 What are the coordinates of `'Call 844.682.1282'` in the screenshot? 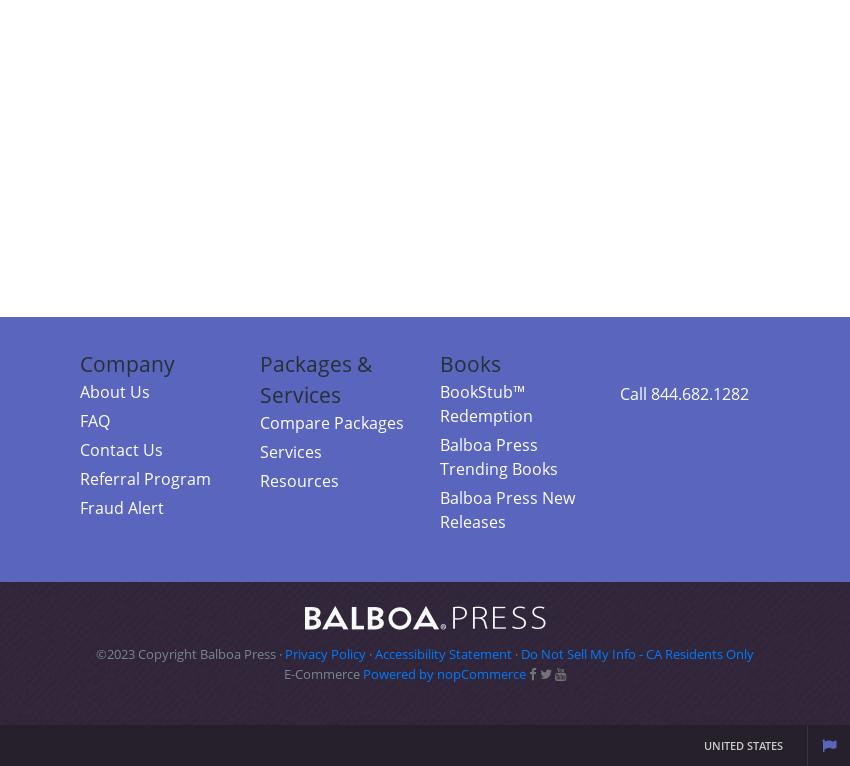 It's located at (618, 393).